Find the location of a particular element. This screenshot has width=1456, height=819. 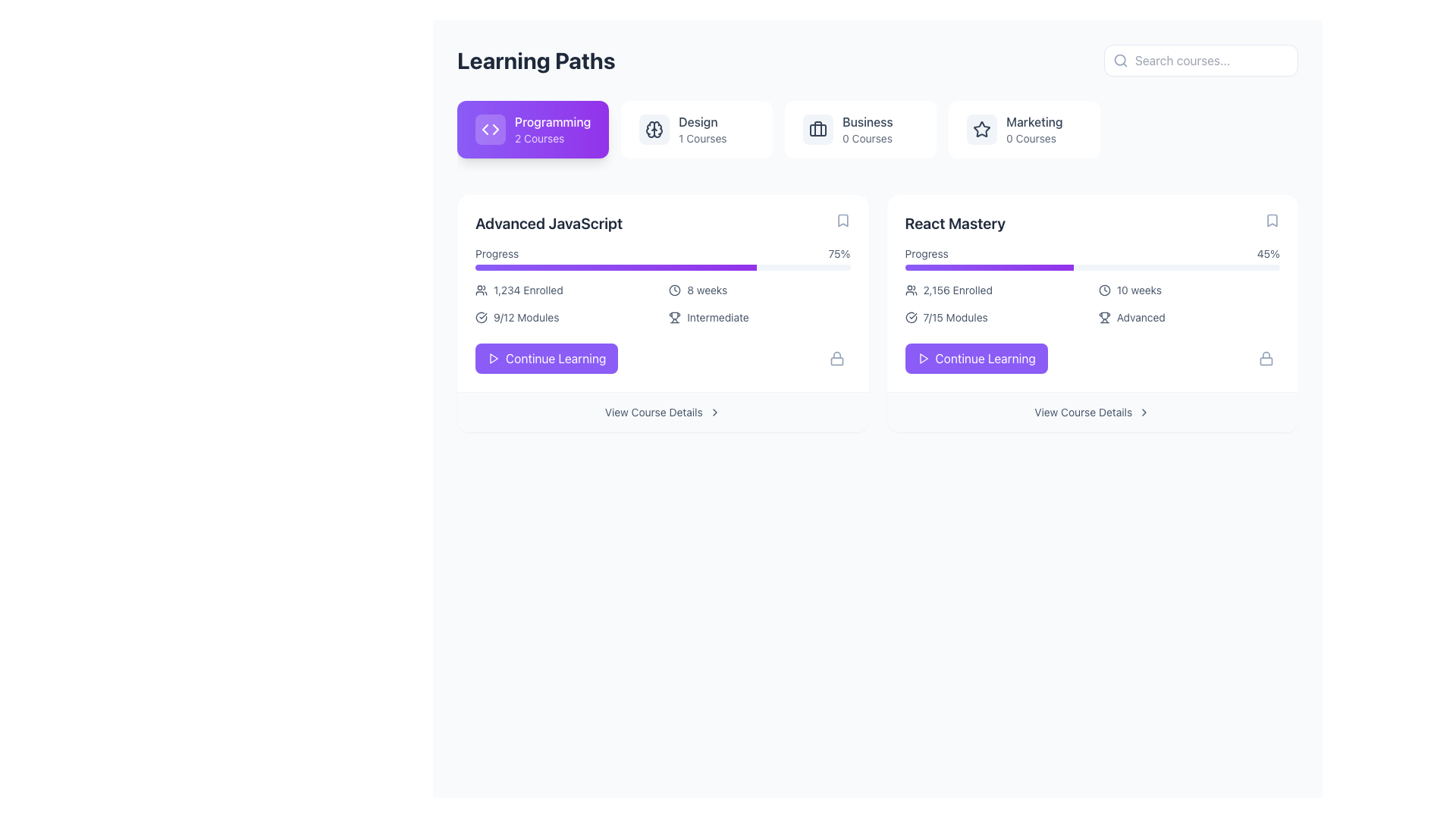

the lock icon located to the right of the 'Continue Learning' button in the 'React Mastery' course panel, indicating that the feature is locked is located at coordinates (1266, 359).